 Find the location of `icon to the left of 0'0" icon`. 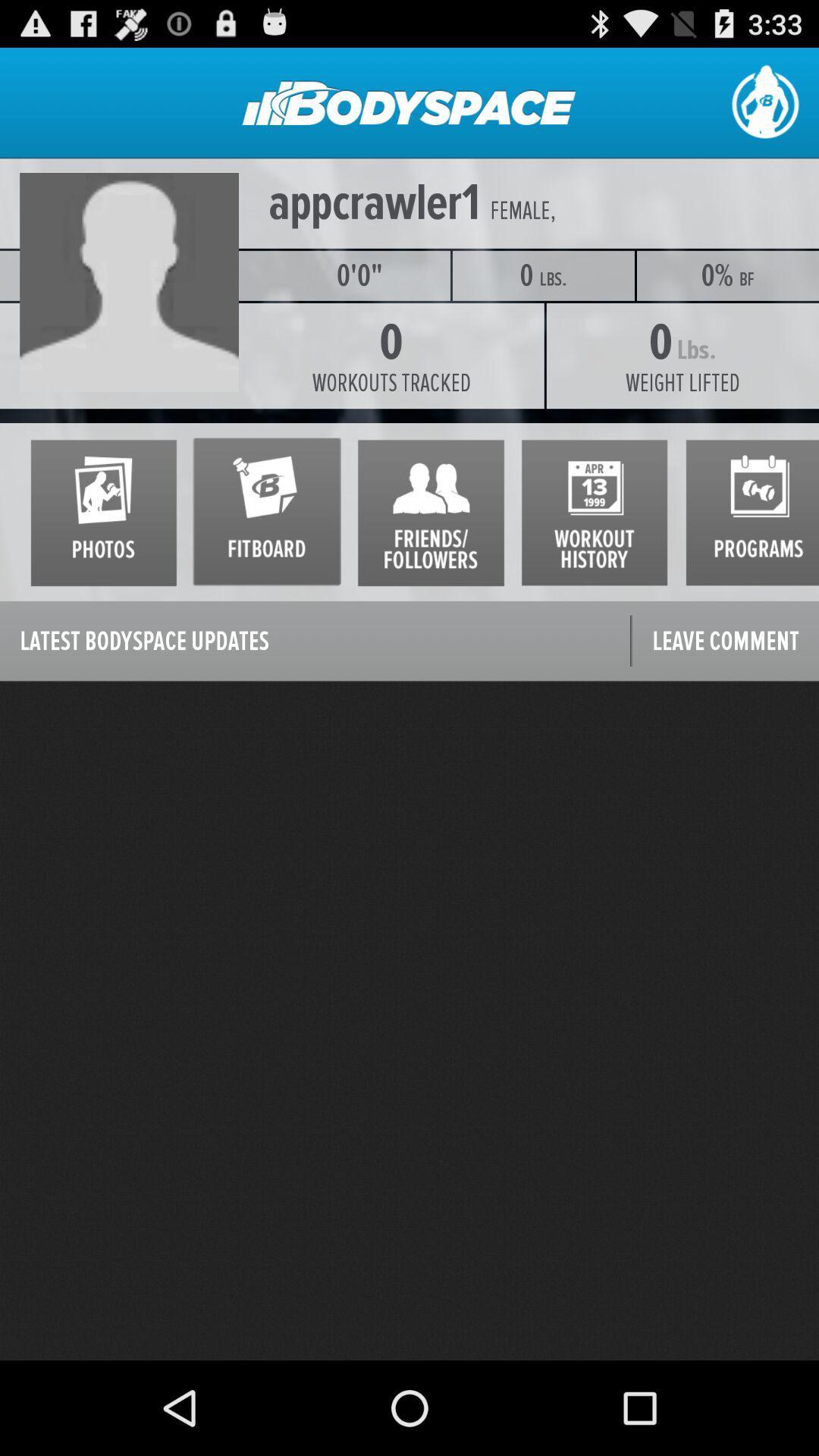

icon to the left of 0'0" icon is located at coordinates (133, 275).